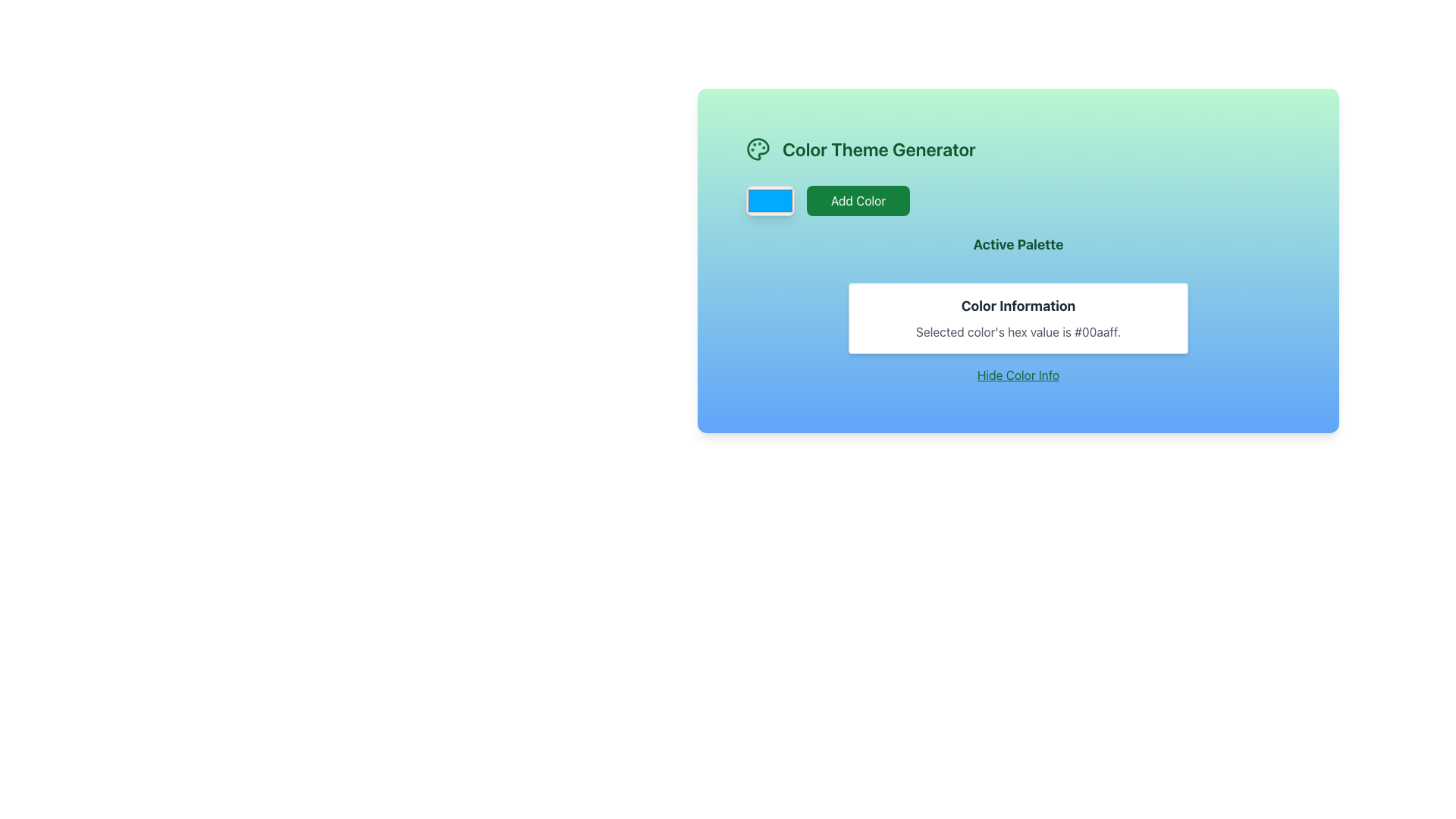 The height and width of the screenshot is (819, 1456). I want to click on the 'Active Palette' text label, which is displayed in bold and green color, positioned below the 'Add Color' button, so click(1018, 248).